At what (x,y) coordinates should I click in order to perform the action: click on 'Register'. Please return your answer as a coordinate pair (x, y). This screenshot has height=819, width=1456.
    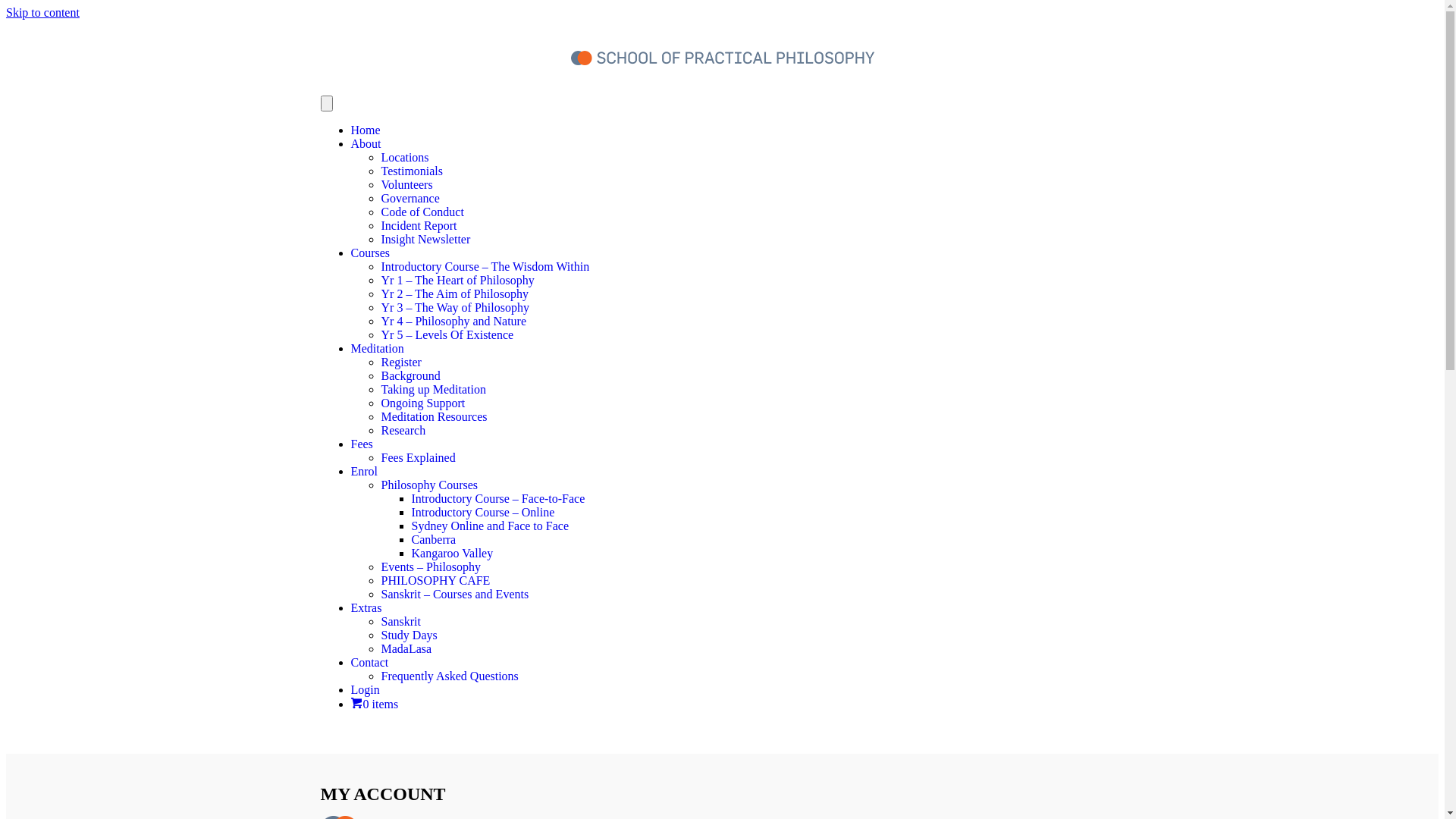
    Looking at the image, I should click on (381, 362).